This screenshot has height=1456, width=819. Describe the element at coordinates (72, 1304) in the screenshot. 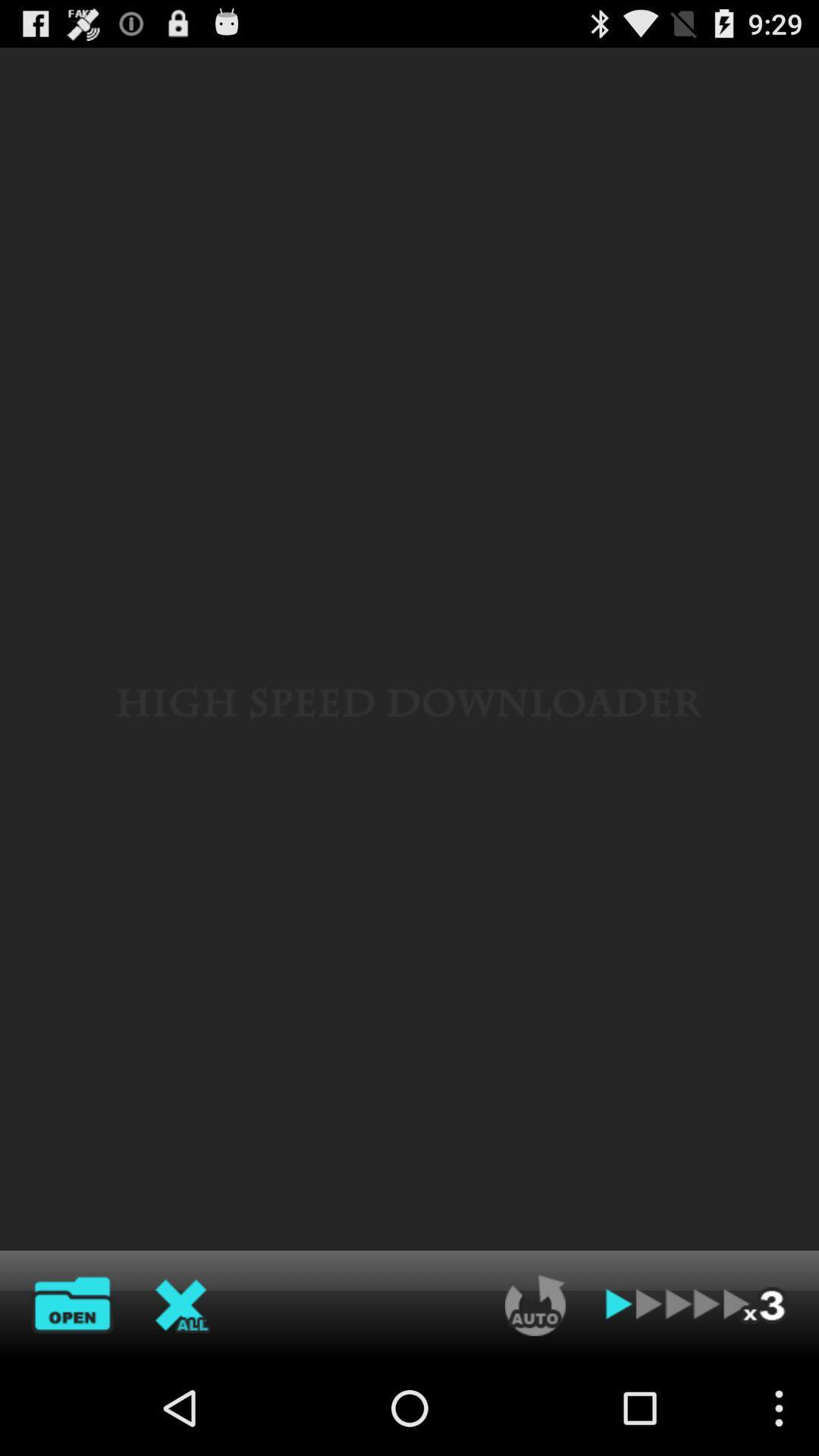

I see `open file` at that location.